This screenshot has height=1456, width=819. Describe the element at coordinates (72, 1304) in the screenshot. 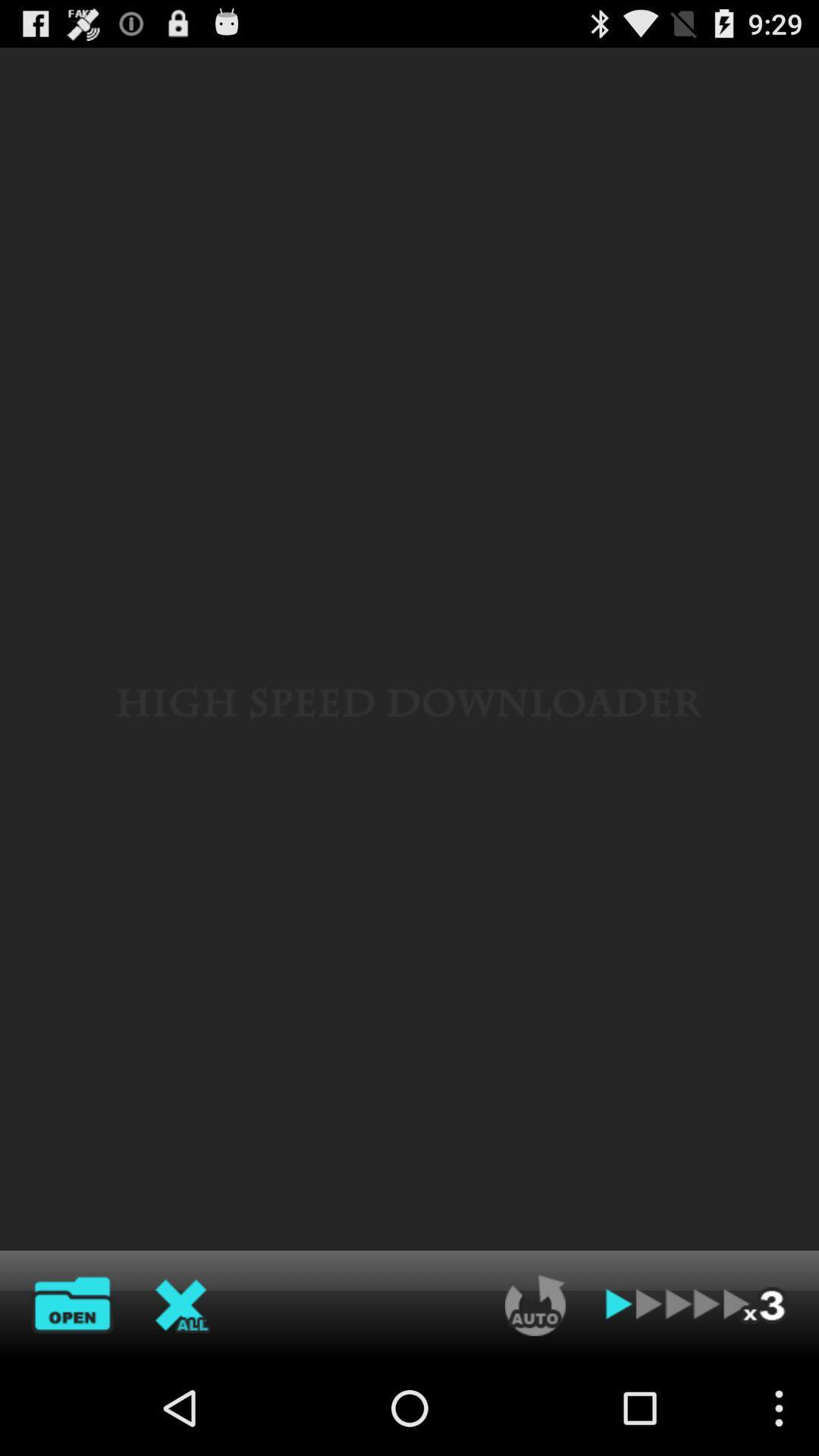

I see `open file` at that location.